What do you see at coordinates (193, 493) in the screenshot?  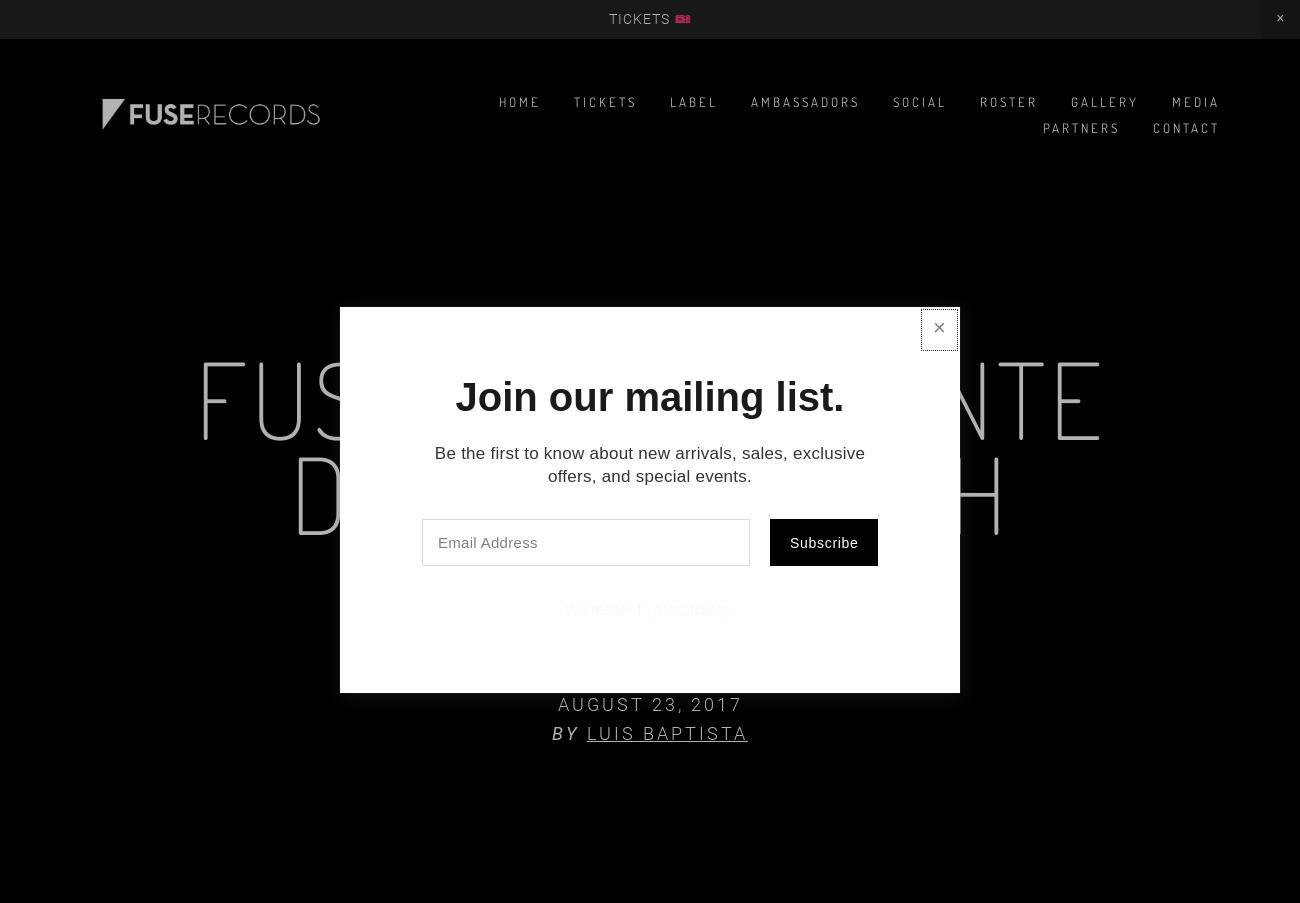 I see `'Fuse Sunset Fonte da Telha - 19th August'` at bounding box center [193, 493].